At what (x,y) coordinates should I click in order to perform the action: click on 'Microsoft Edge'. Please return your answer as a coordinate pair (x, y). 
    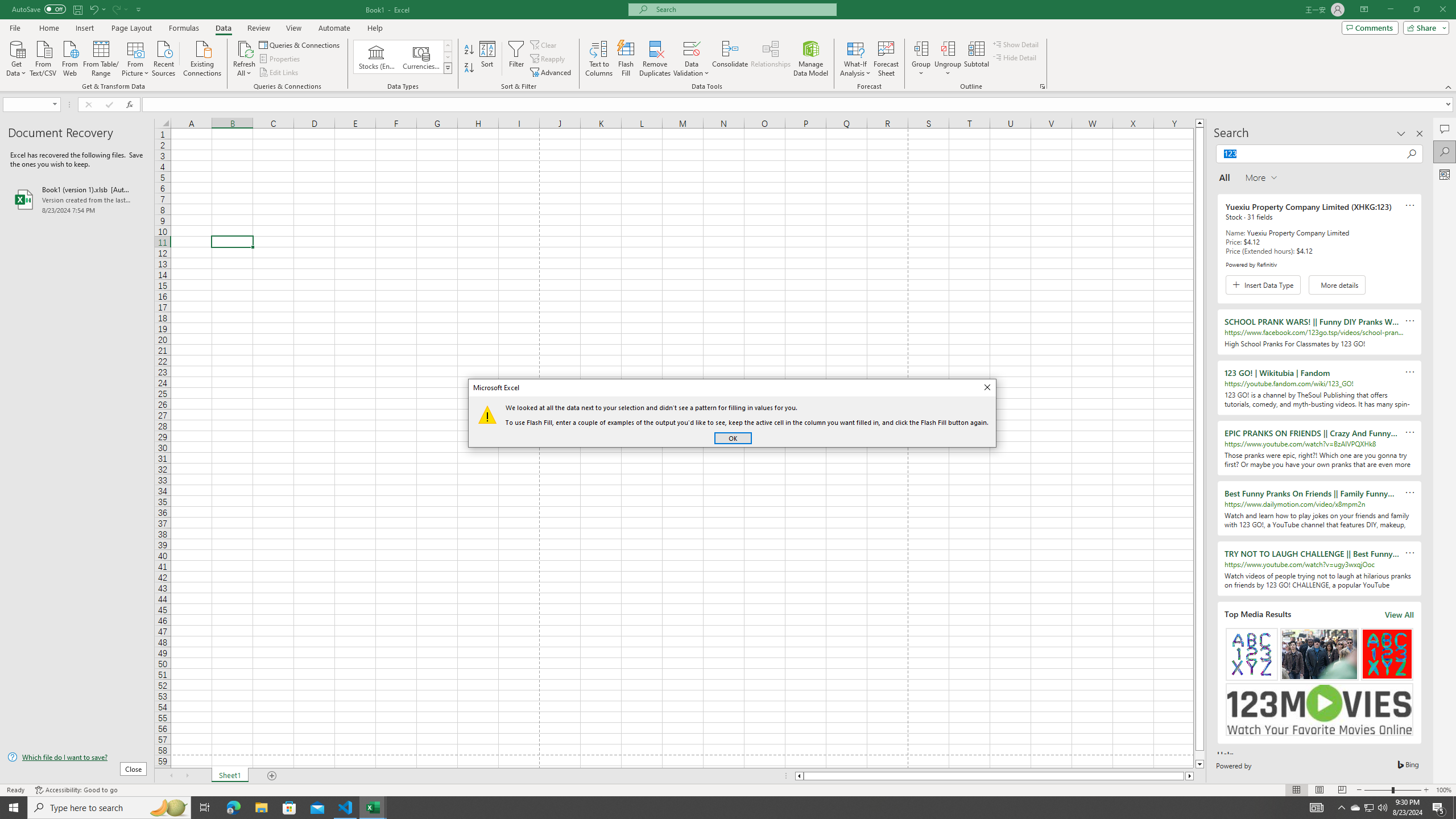
    Looking at the image, I should click on (233, 806).